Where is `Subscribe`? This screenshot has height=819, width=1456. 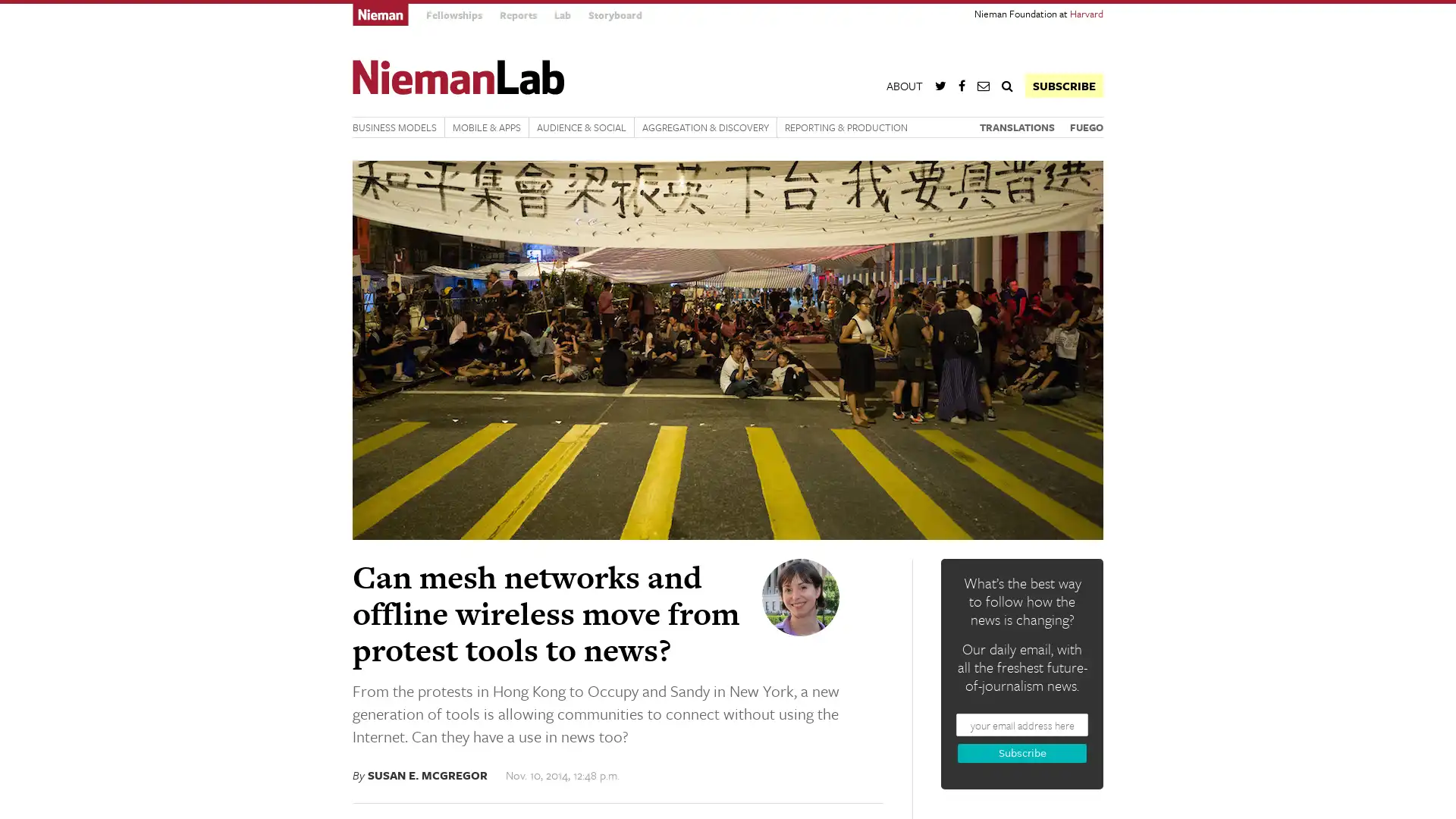 Subscribe is located at coordinates (1022, 753).